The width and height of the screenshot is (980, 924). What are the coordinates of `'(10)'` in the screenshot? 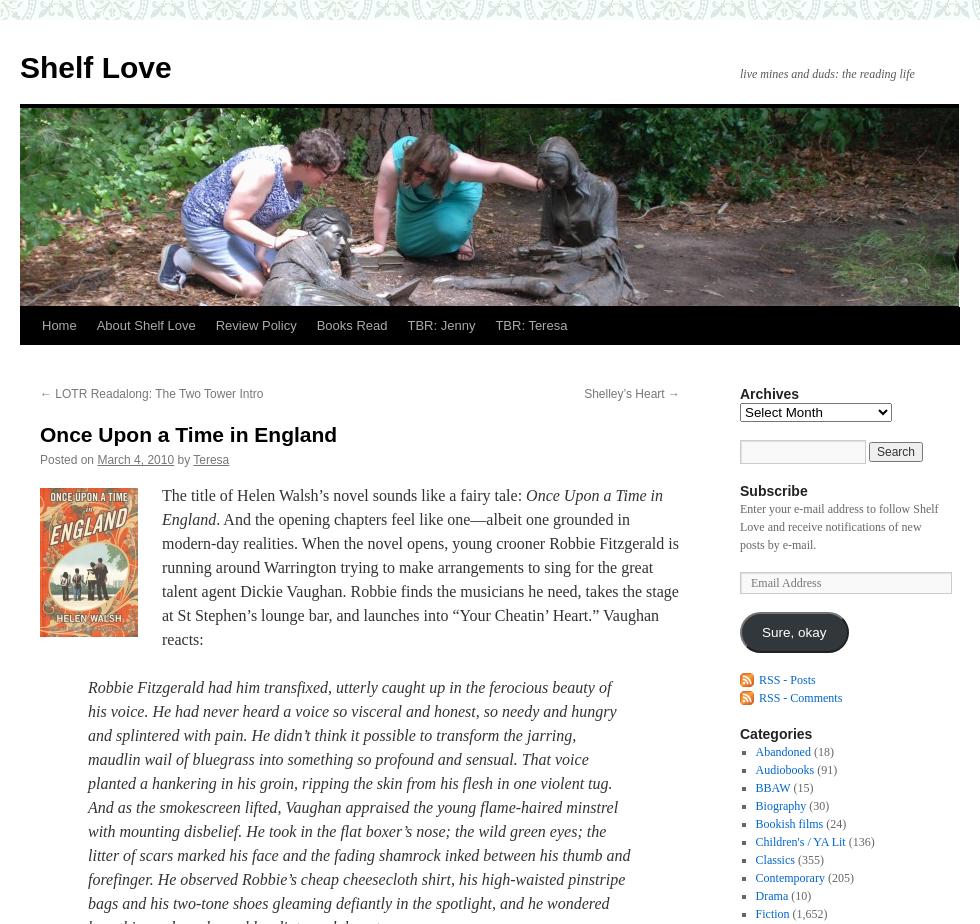 It's located at (799, 896).